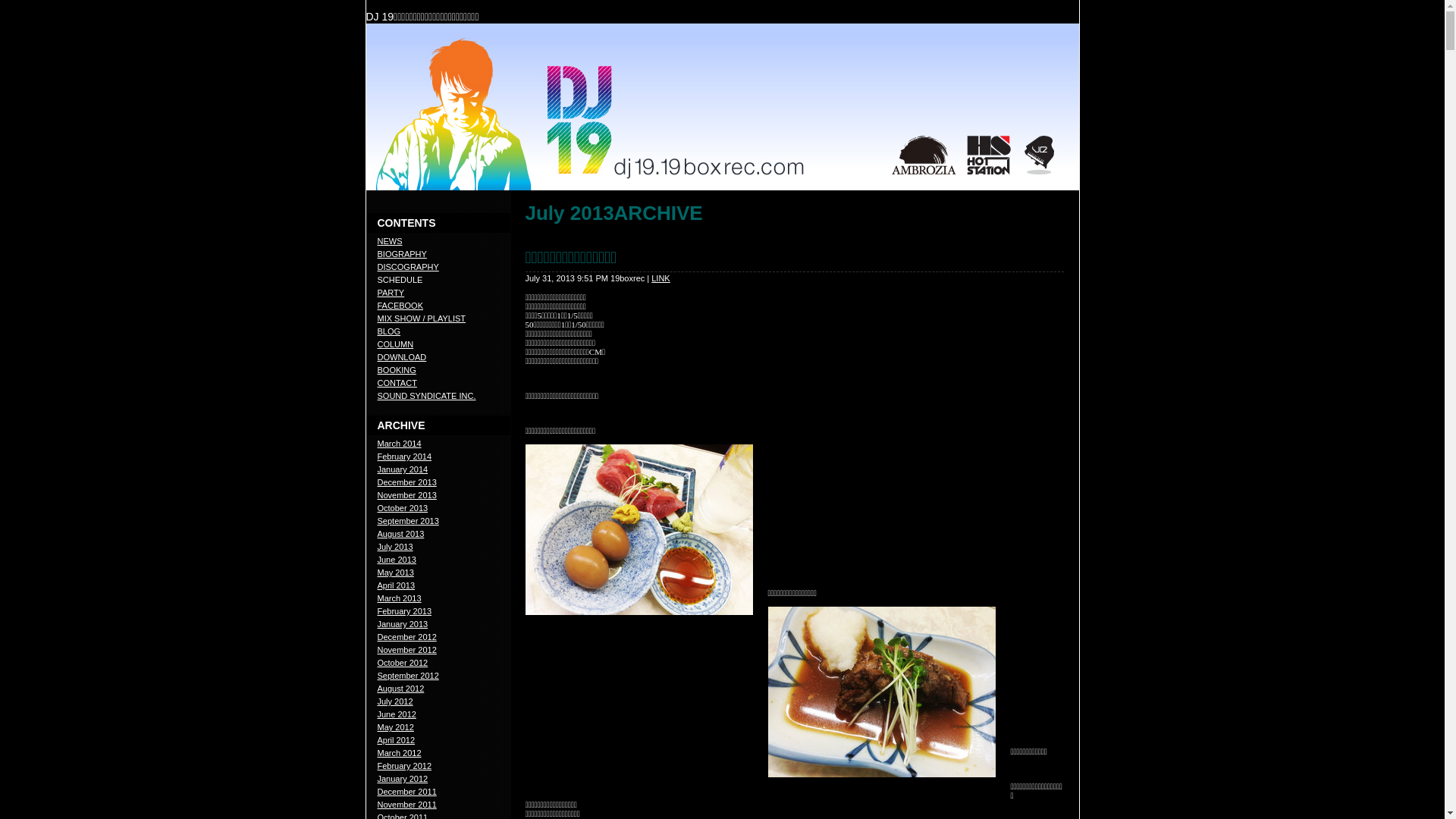 This screenshot has height=819, width=1456. Describe the element at coordinates (378, 637) in the screenshot. I see `'December 2012'` at that location.